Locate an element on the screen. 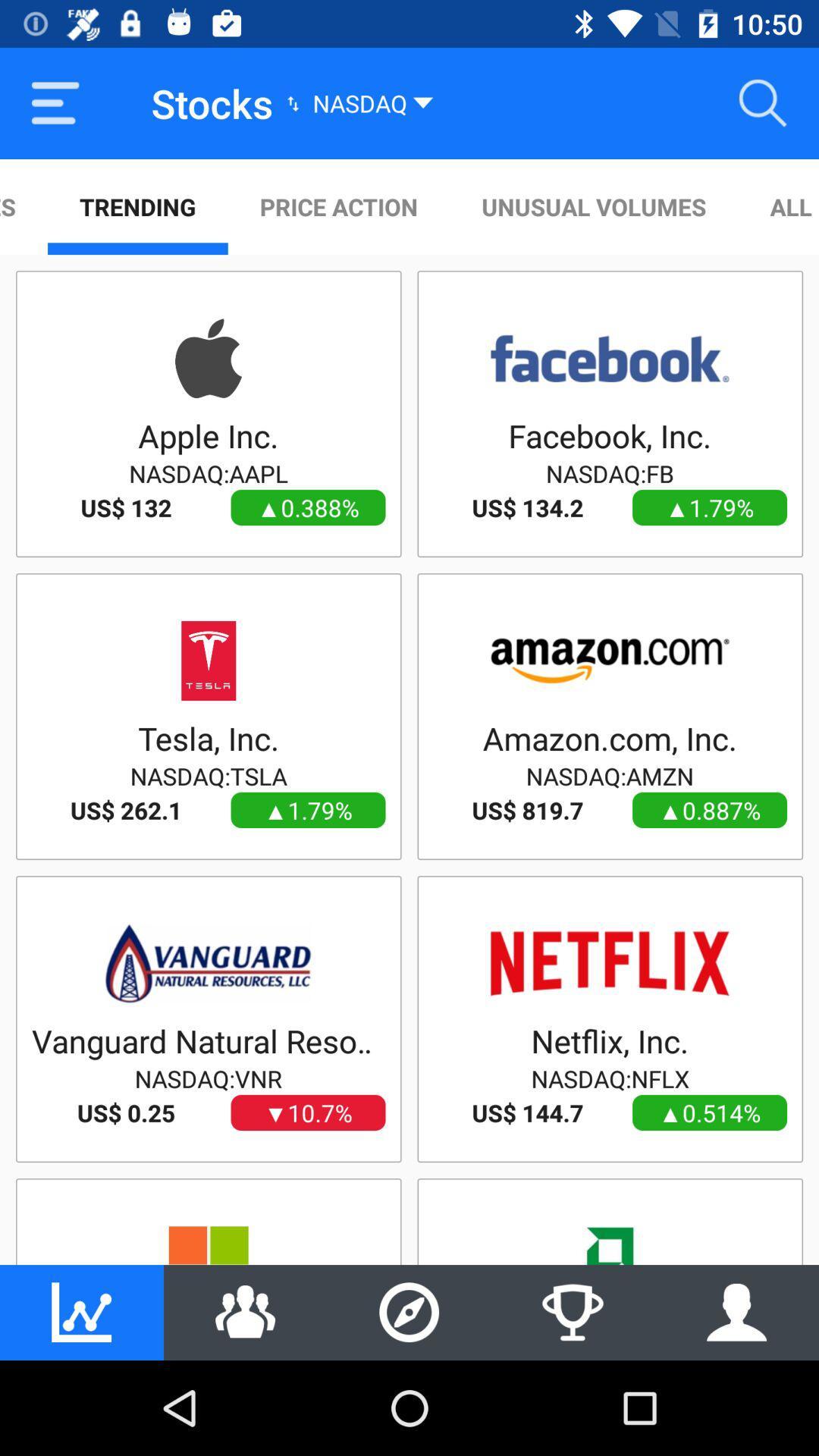 This screenshot has width=819, height=1456. the icon next to stocks item is located at coordinates (55, 102).